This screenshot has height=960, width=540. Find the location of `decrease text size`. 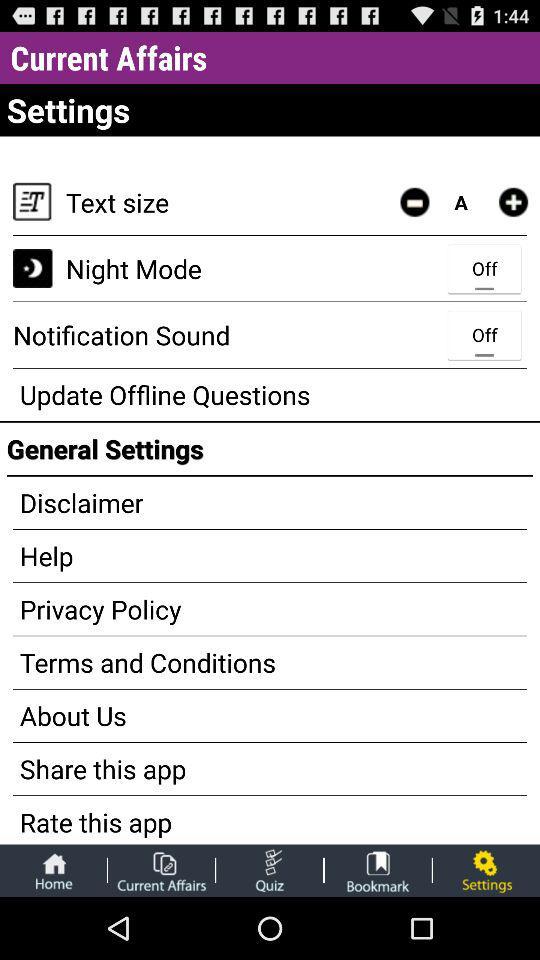

decrease text size is located at coordinates (413, 202).